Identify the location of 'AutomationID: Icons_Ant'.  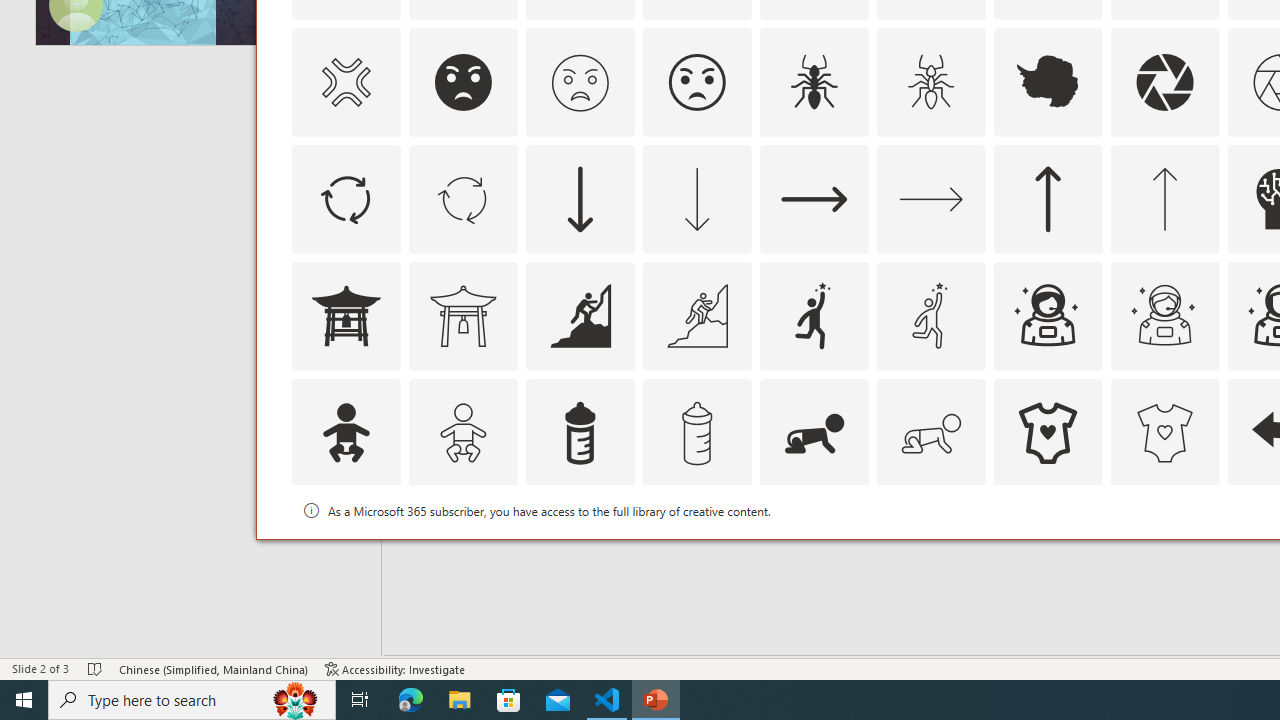
(814, 81).